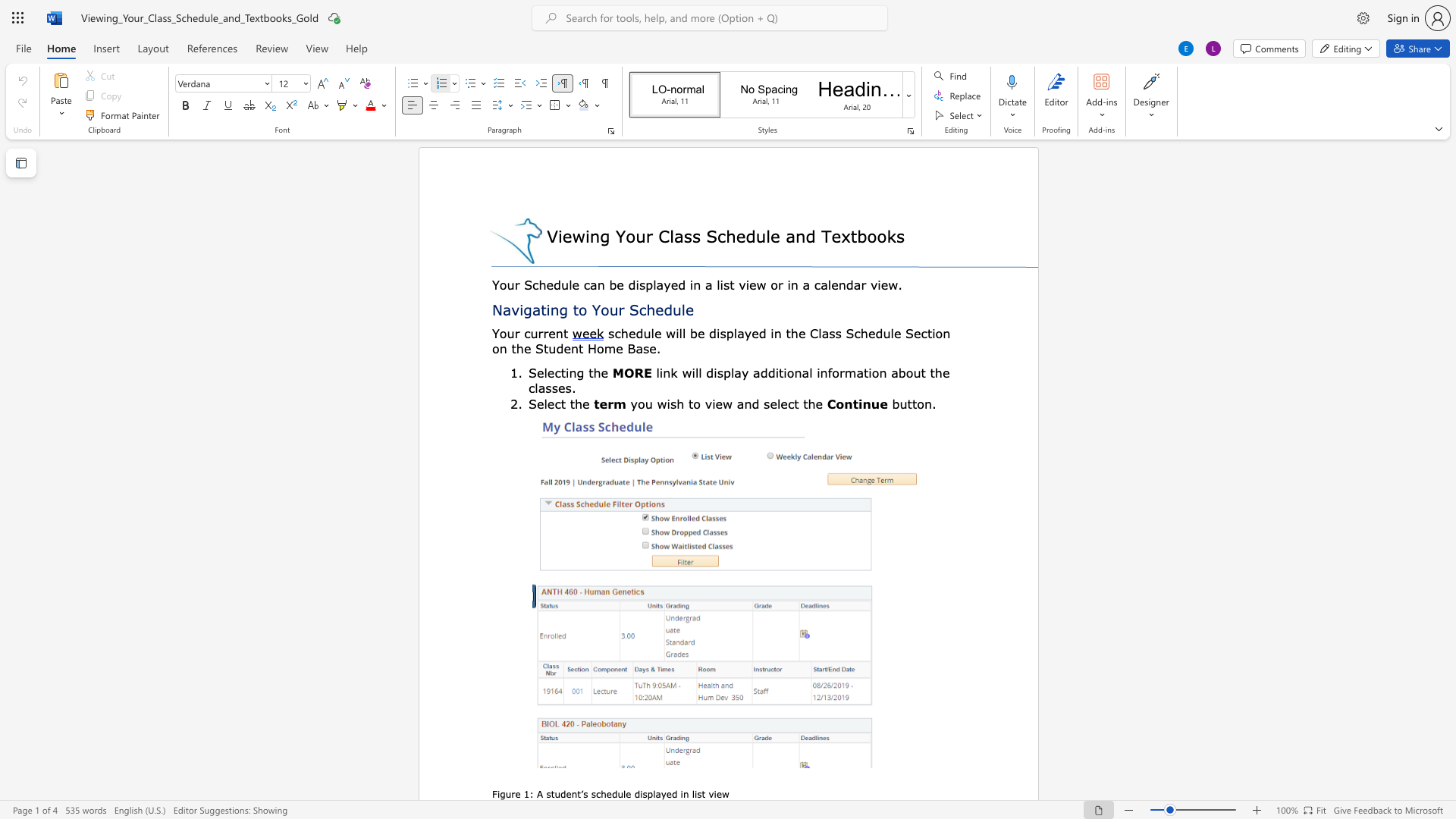 This screenshot has height=819, width=1456. Describe the element at coordinates (654, 793) in the screenshot. I see `the 2th character "l" in the text` at that location.